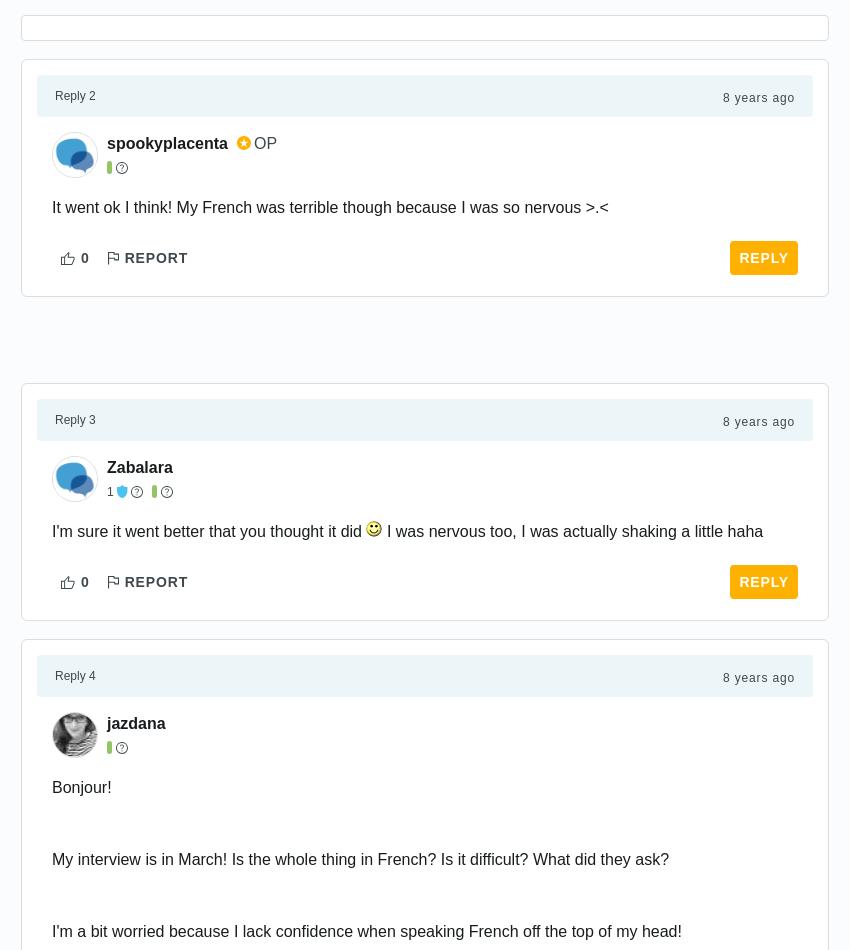  I want to click on 'shaking', so click(648, 531).